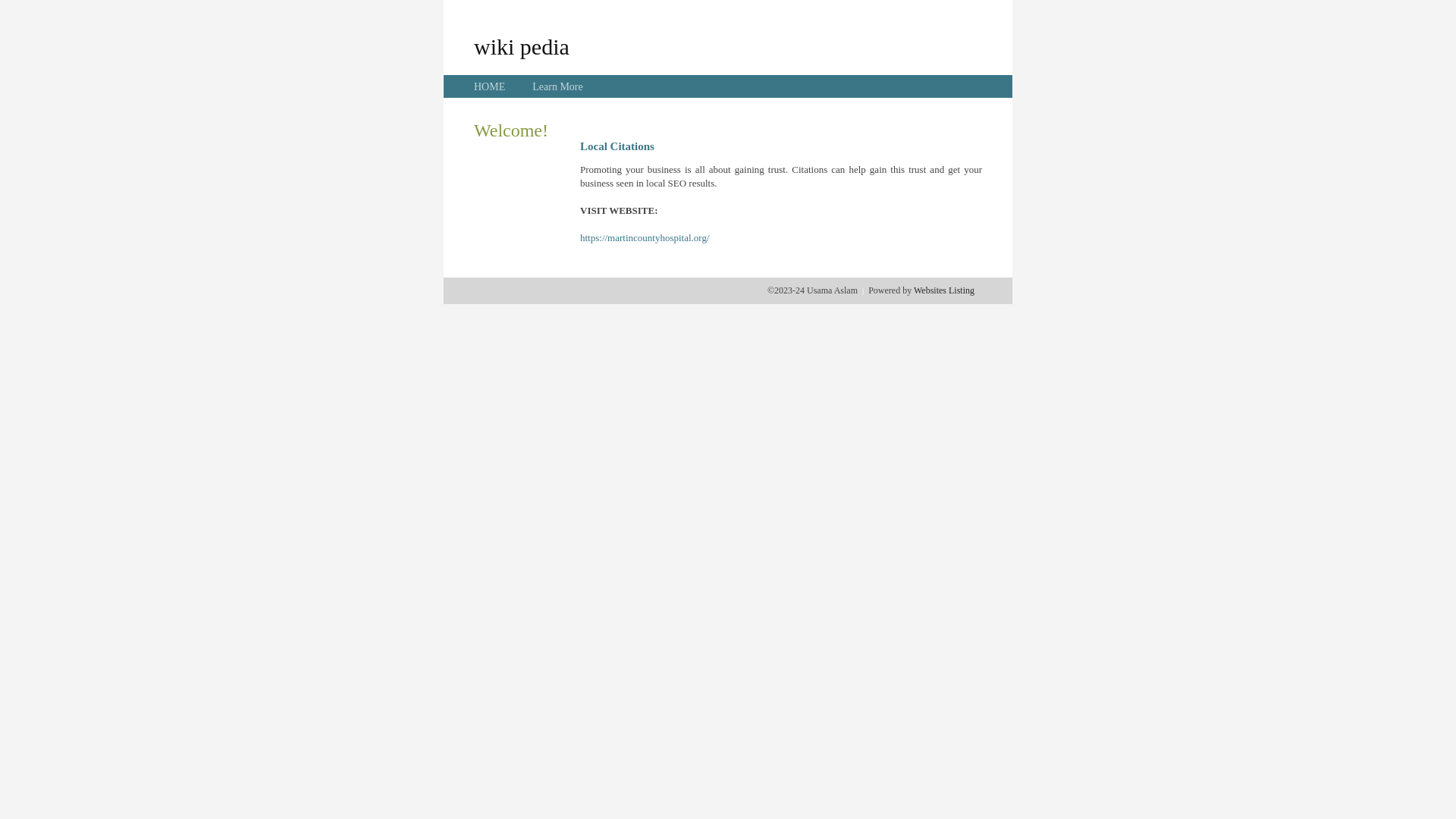 This screenshot has height=819, width=1456. What do you see at coordinates (489, 86) in the screenshot?
I see `'HOME'` at bounding box center [489, 86].